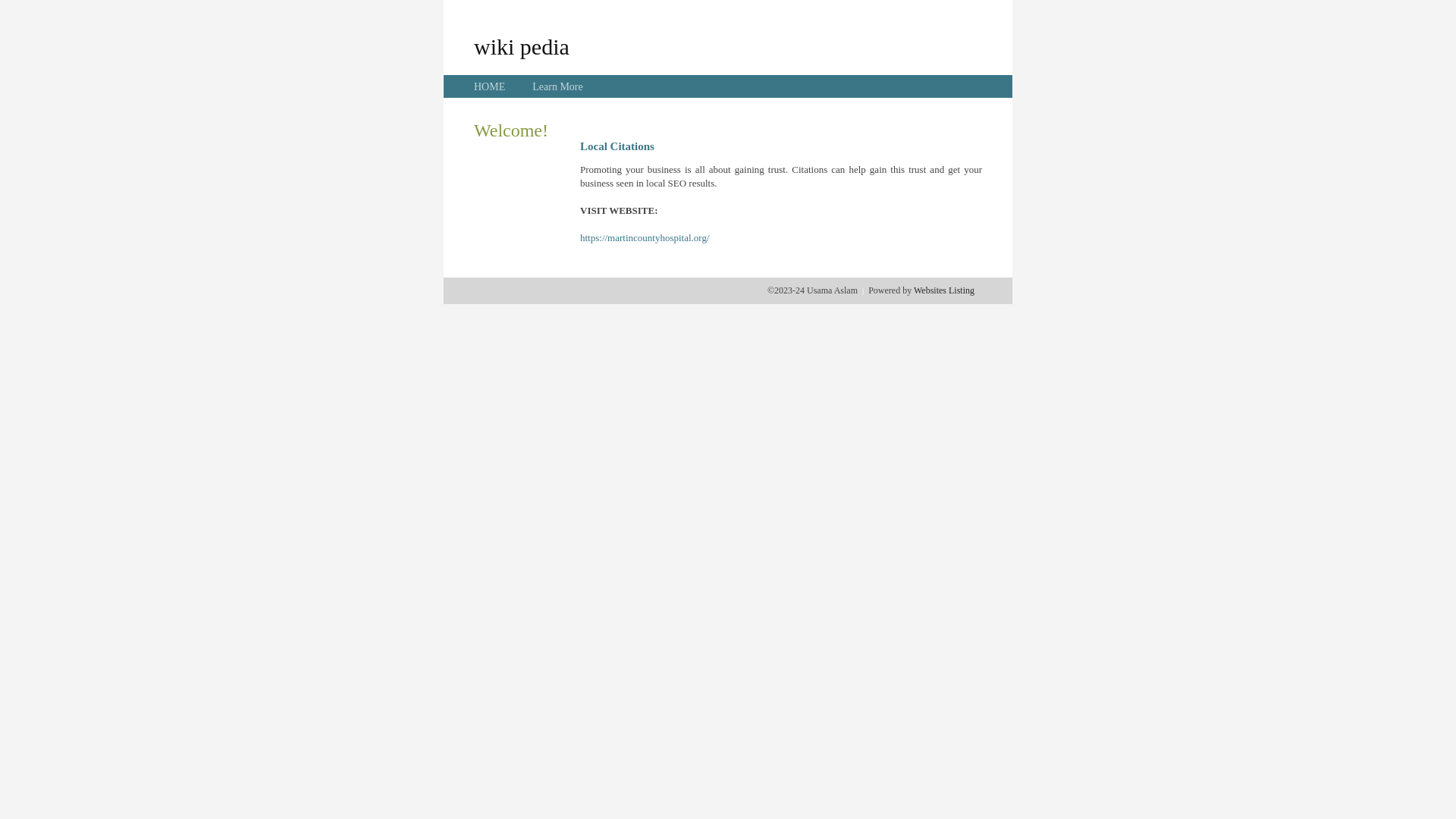 This screenshot has height=819, width=1456. What do you see at coordinates (489, 86) in the screenshot?
I see `'HOME'` at bounding box center [489, 86].